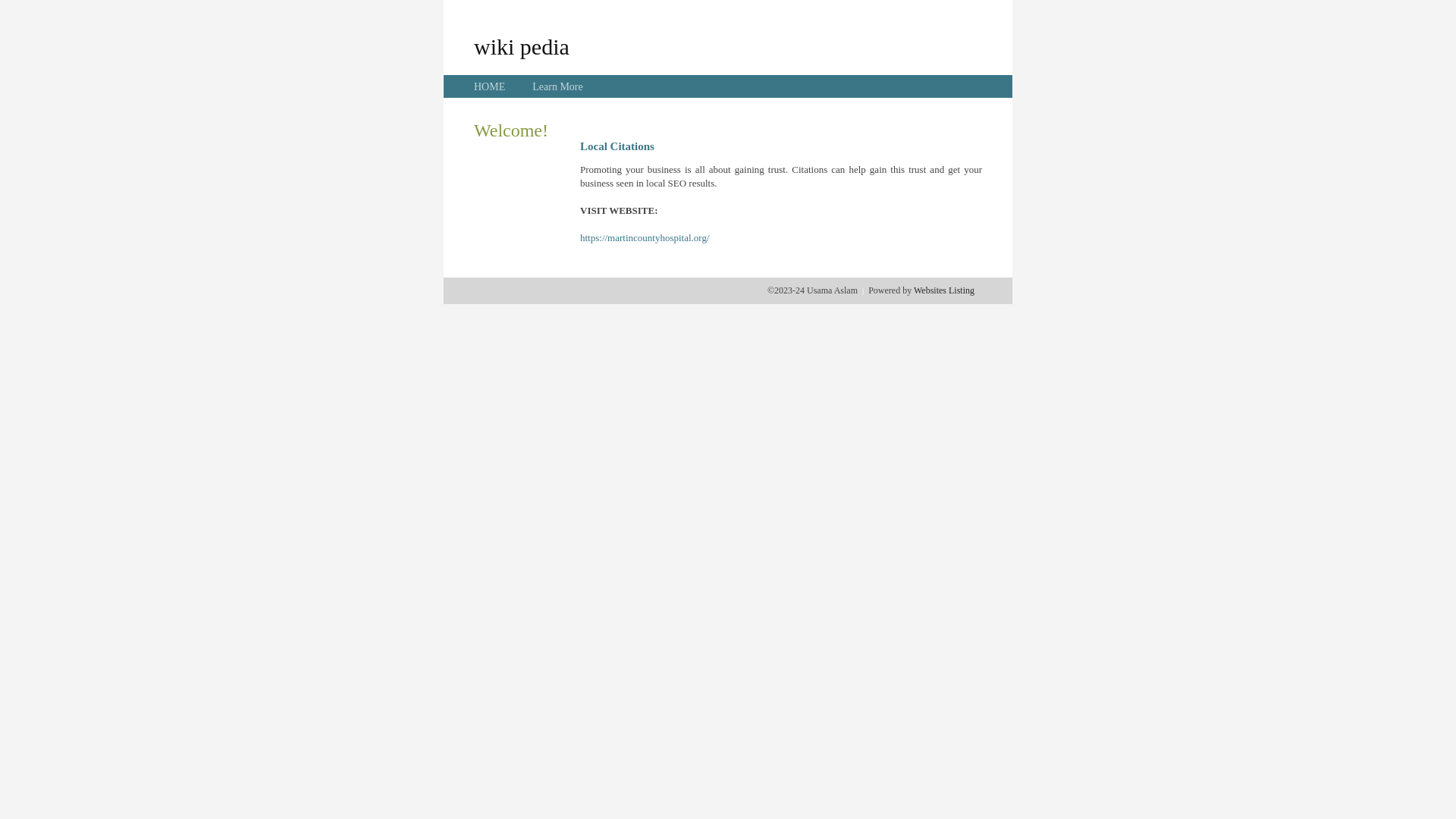 This screenshot has height=819, width=1456. What do you see at coordinates (489, 86) in the screenshot?
I see `'HOME'` at bounding box center [489, 86].